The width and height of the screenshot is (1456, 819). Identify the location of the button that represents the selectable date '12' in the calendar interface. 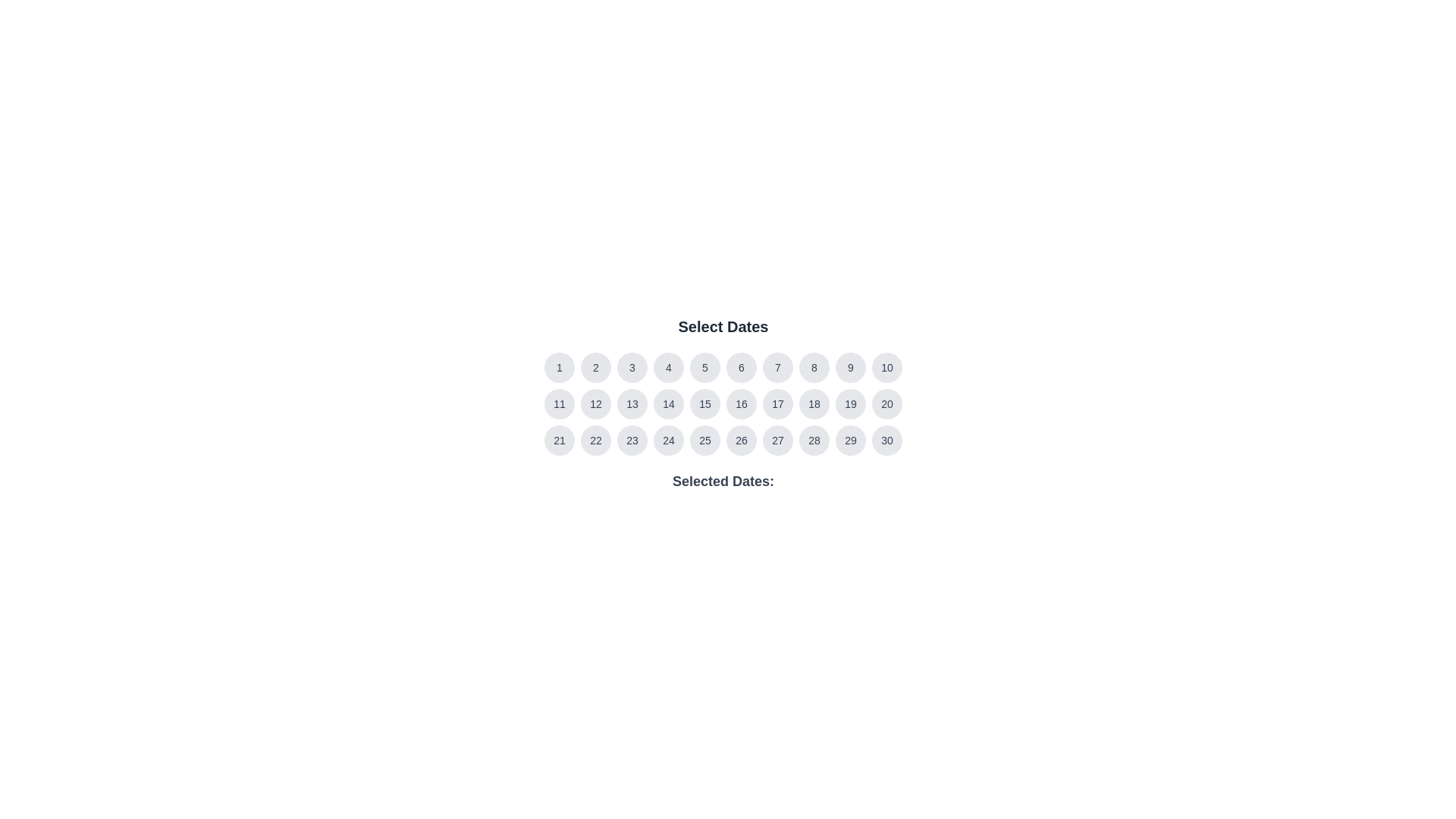
(595, 403).